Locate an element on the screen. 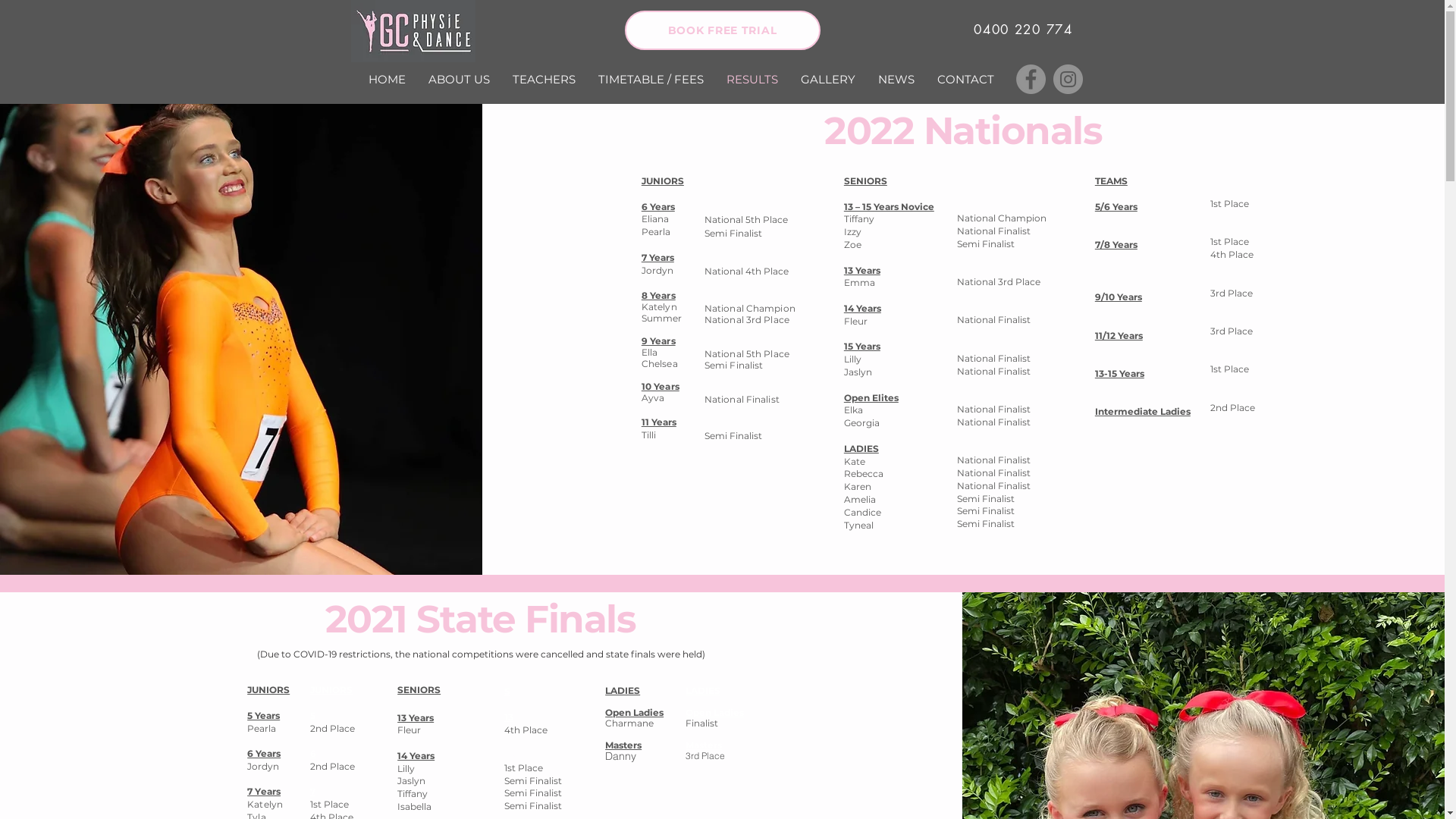 Image resolution: width=1456 pixels, height=819 pixels. 'HOME' is located at coordinates (386, 79).